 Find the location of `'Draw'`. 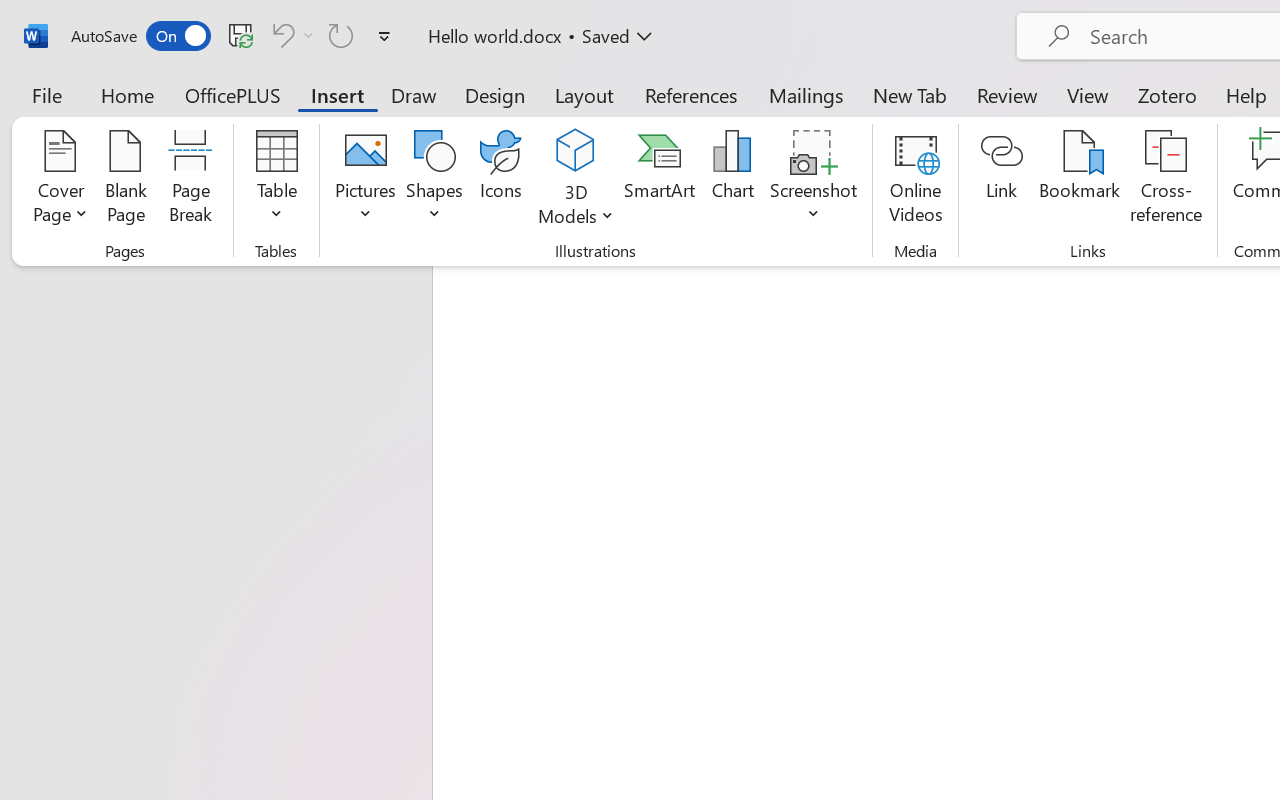

'Draw' is located at coordinates (413, 94).